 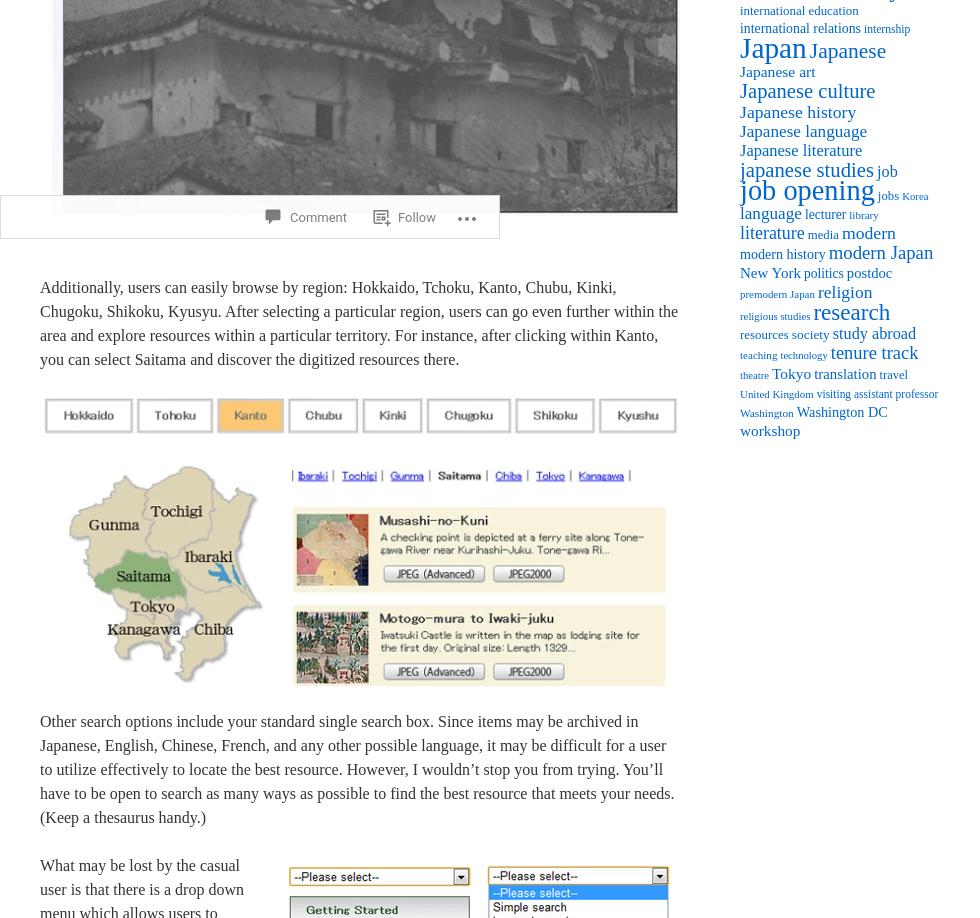 I want to click on 'technology', so click(x=779, y=355).